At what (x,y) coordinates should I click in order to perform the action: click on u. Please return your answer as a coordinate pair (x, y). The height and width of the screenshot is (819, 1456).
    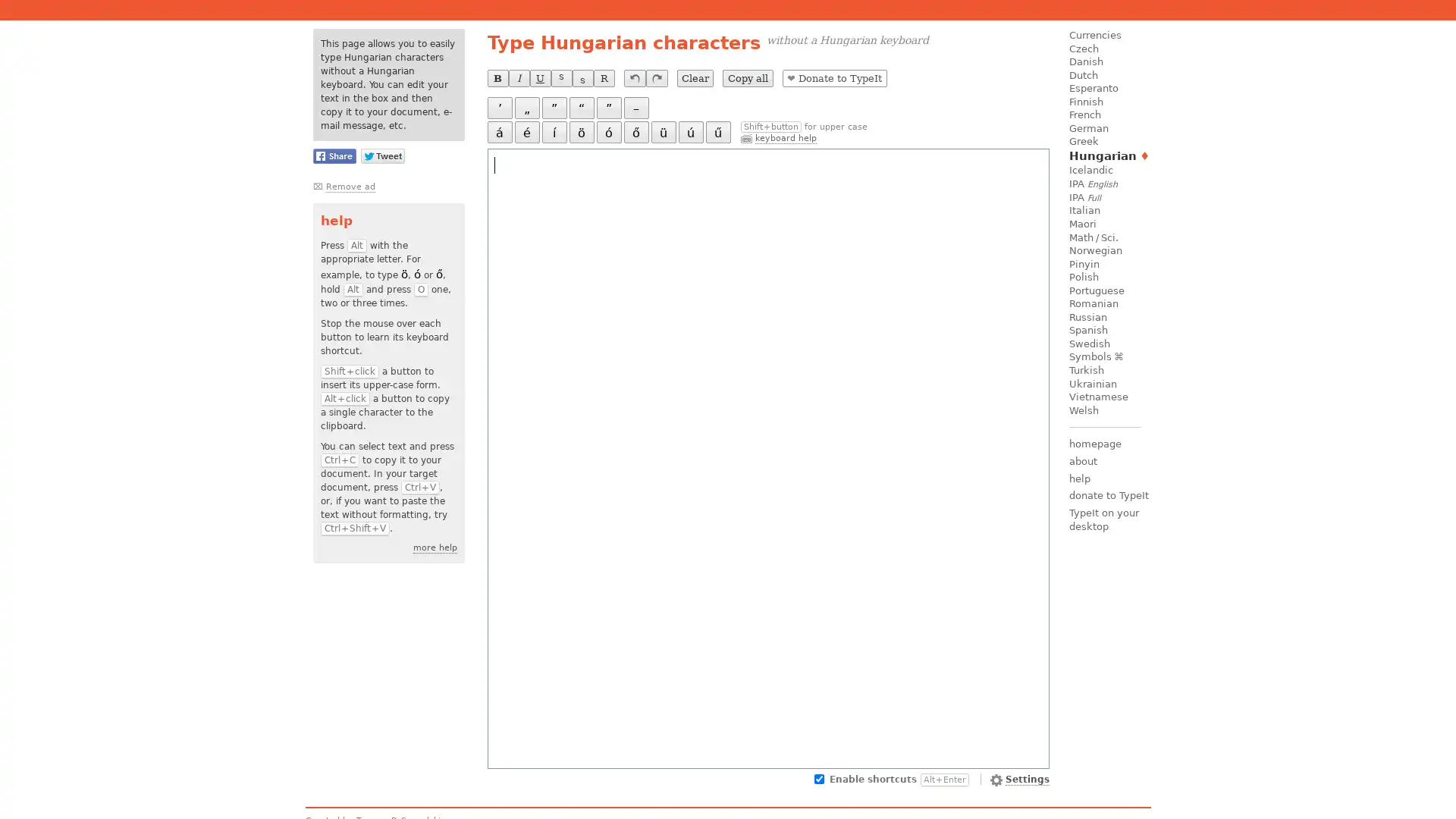
    Looking at the image, I should click on (663, 131).